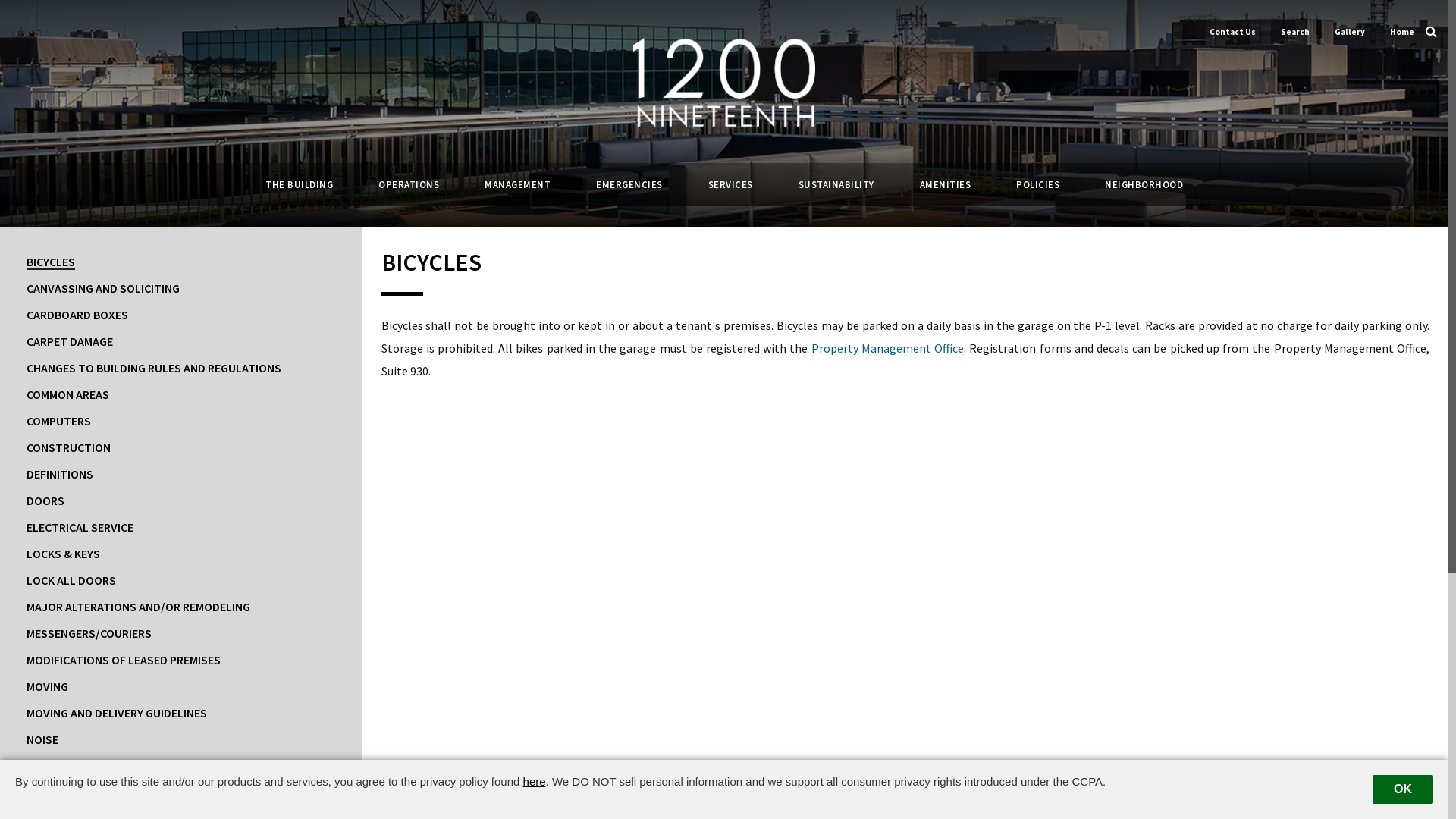 This screenshot has height=819, width=1456. I want to click on 'MOVING AND DELIVERY GUIDELINES', so click(26, 713).